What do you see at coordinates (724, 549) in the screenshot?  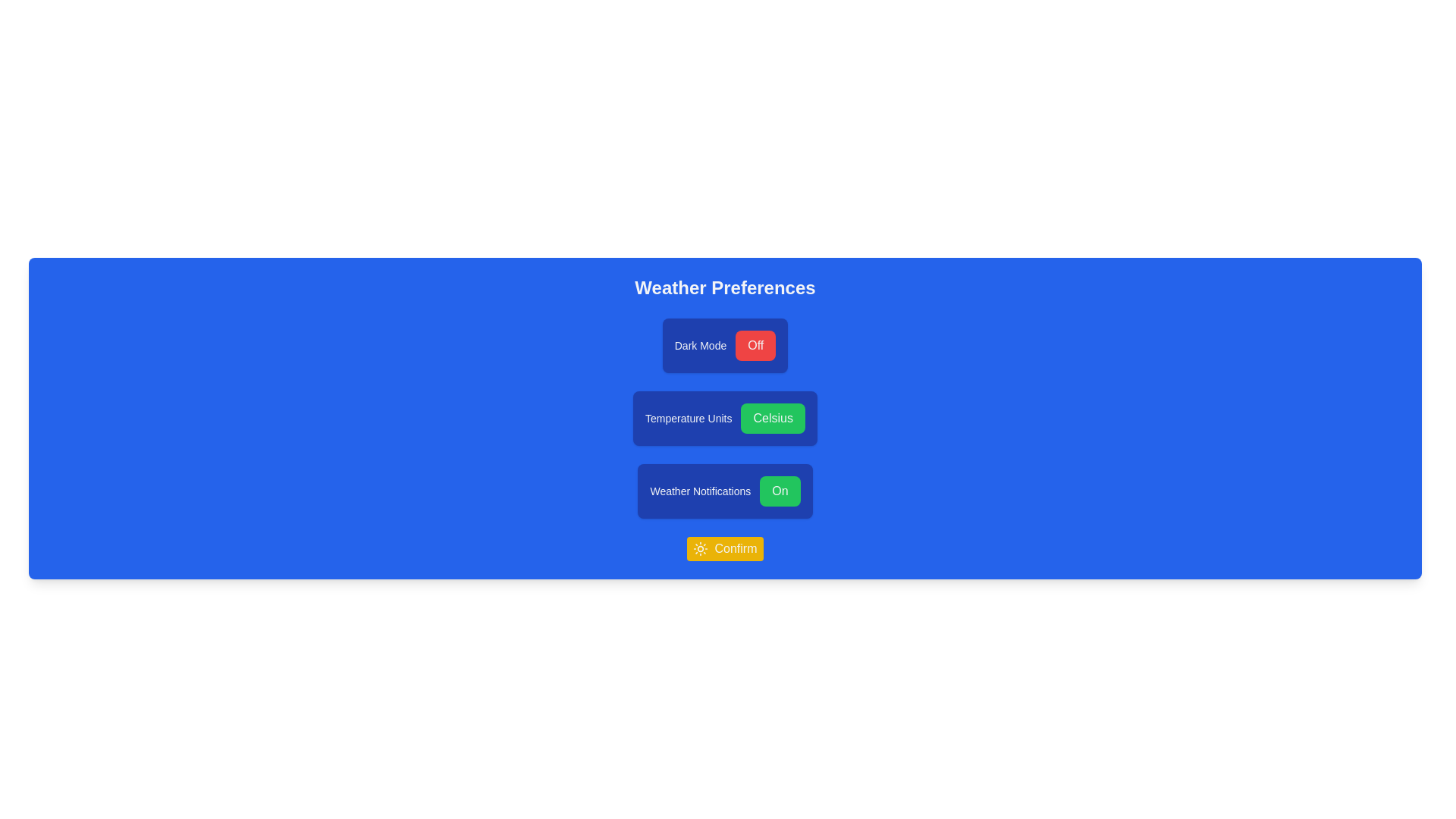 I see `the Confirm button to apply changes` at bounding box center [724, 549].